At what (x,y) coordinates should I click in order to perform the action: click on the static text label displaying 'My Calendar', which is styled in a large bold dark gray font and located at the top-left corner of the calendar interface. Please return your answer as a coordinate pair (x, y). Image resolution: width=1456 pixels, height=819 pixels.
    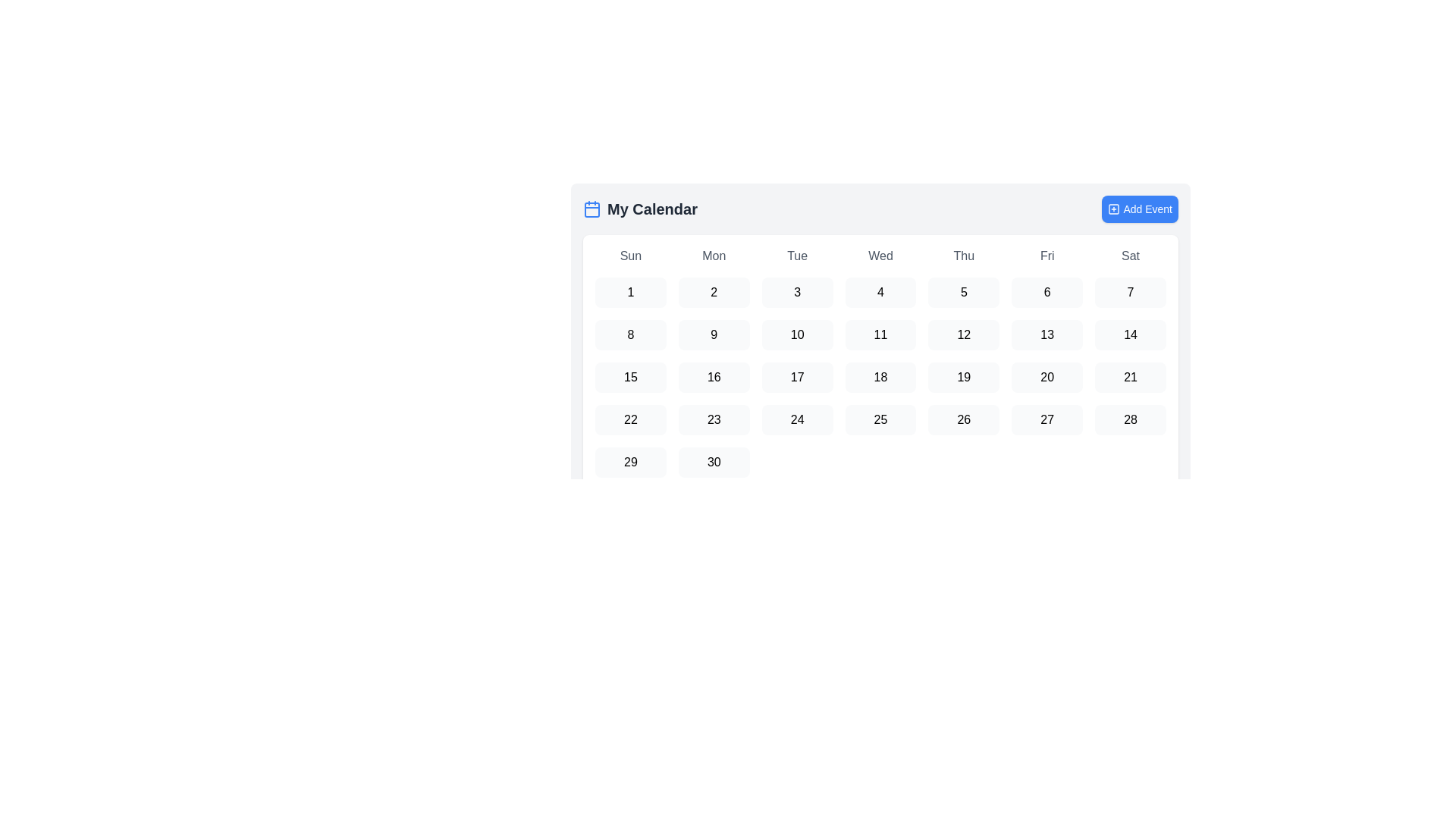
    Looking at the image, I should click on (652, 209).